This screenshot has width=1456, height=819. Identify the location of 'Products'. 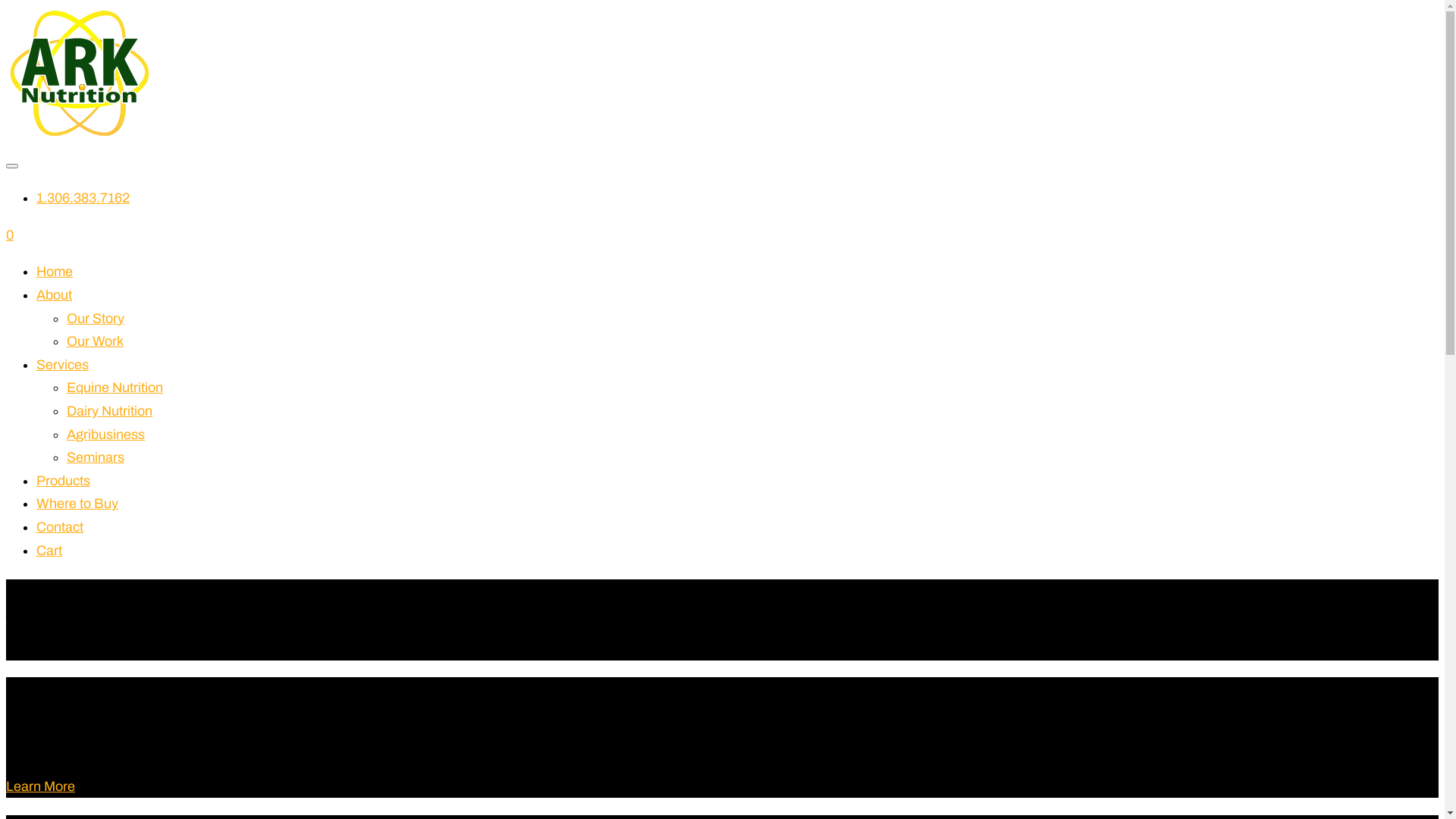
(62, 480).